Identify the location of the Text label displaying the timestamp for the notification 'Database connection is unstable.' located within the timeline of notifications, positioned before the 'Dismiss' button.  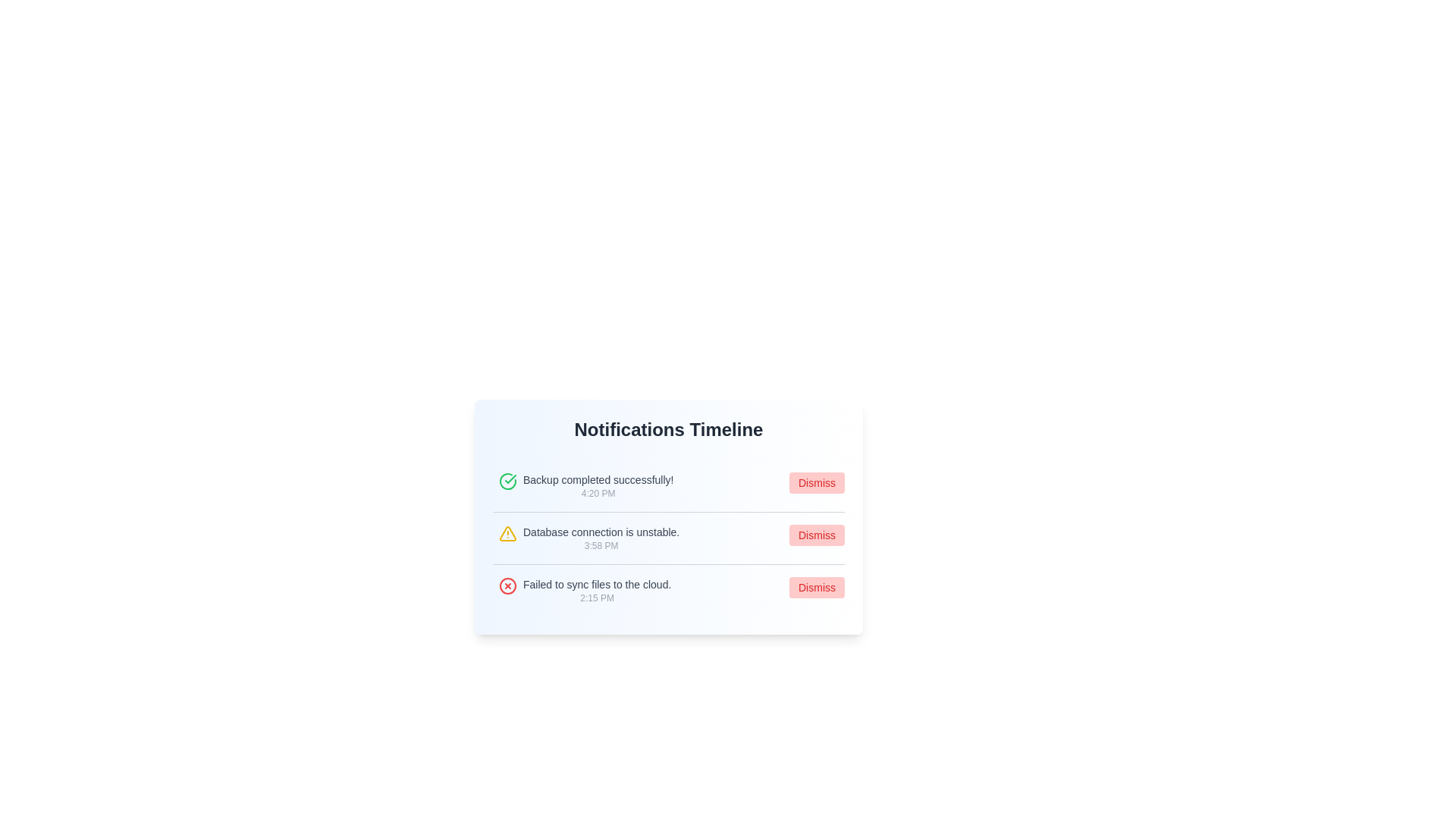
(601, 546).